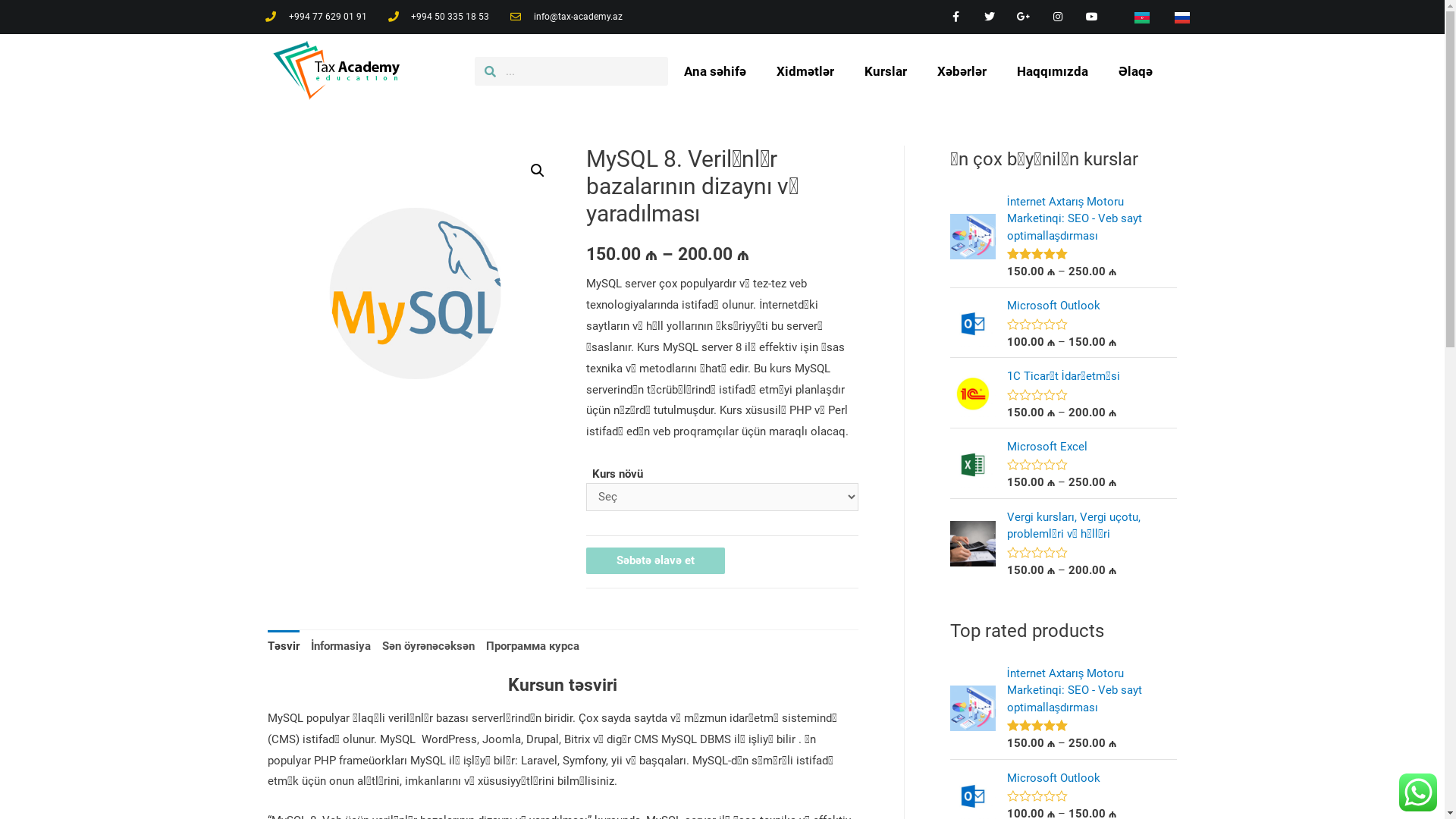  I want to click on 'Microsoft Excel', so click(1092, 446).